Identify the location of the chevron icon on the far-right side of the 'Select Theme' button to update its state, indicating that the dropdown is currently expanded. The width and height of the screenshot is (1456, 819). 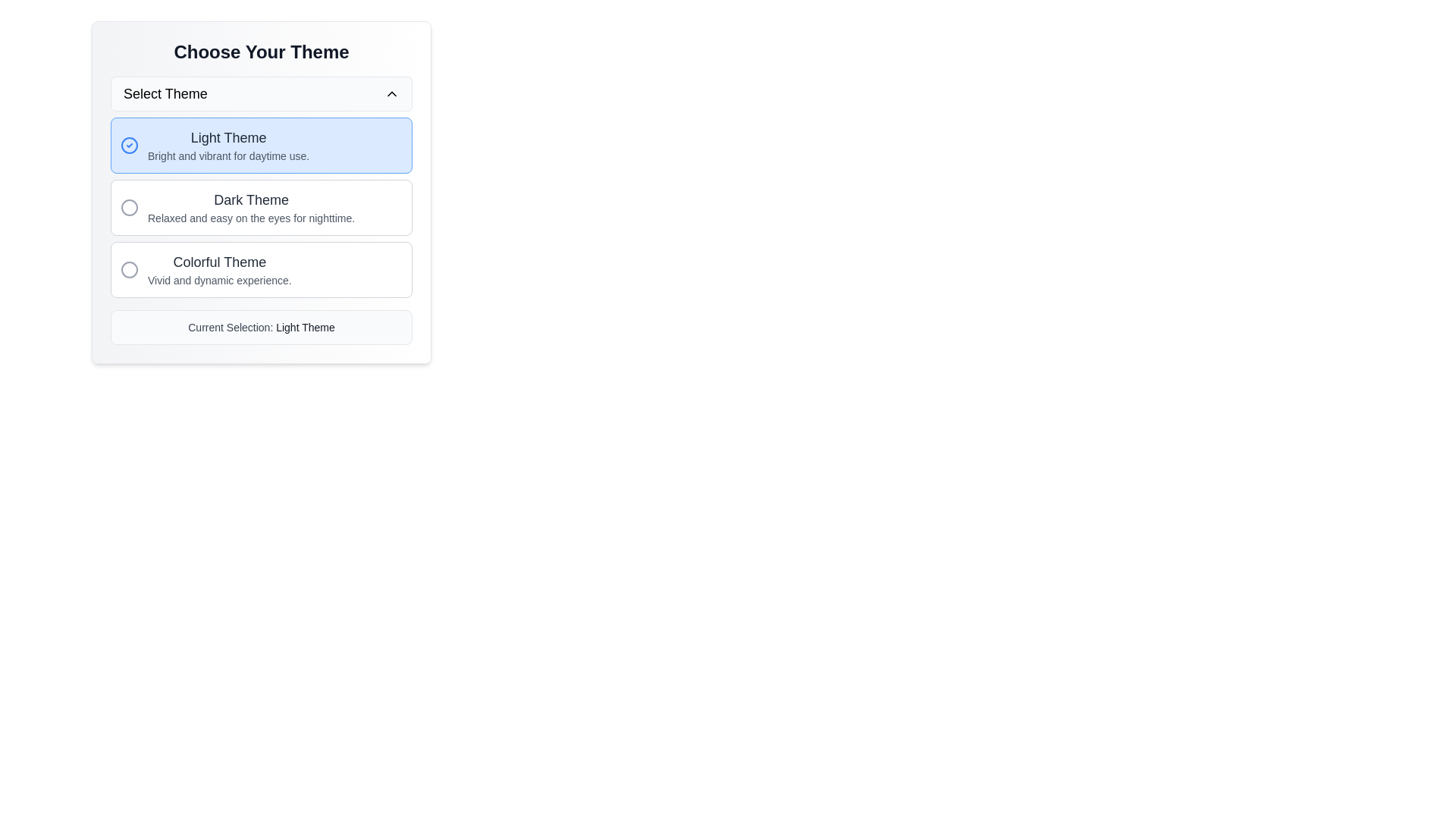
(392, 93).